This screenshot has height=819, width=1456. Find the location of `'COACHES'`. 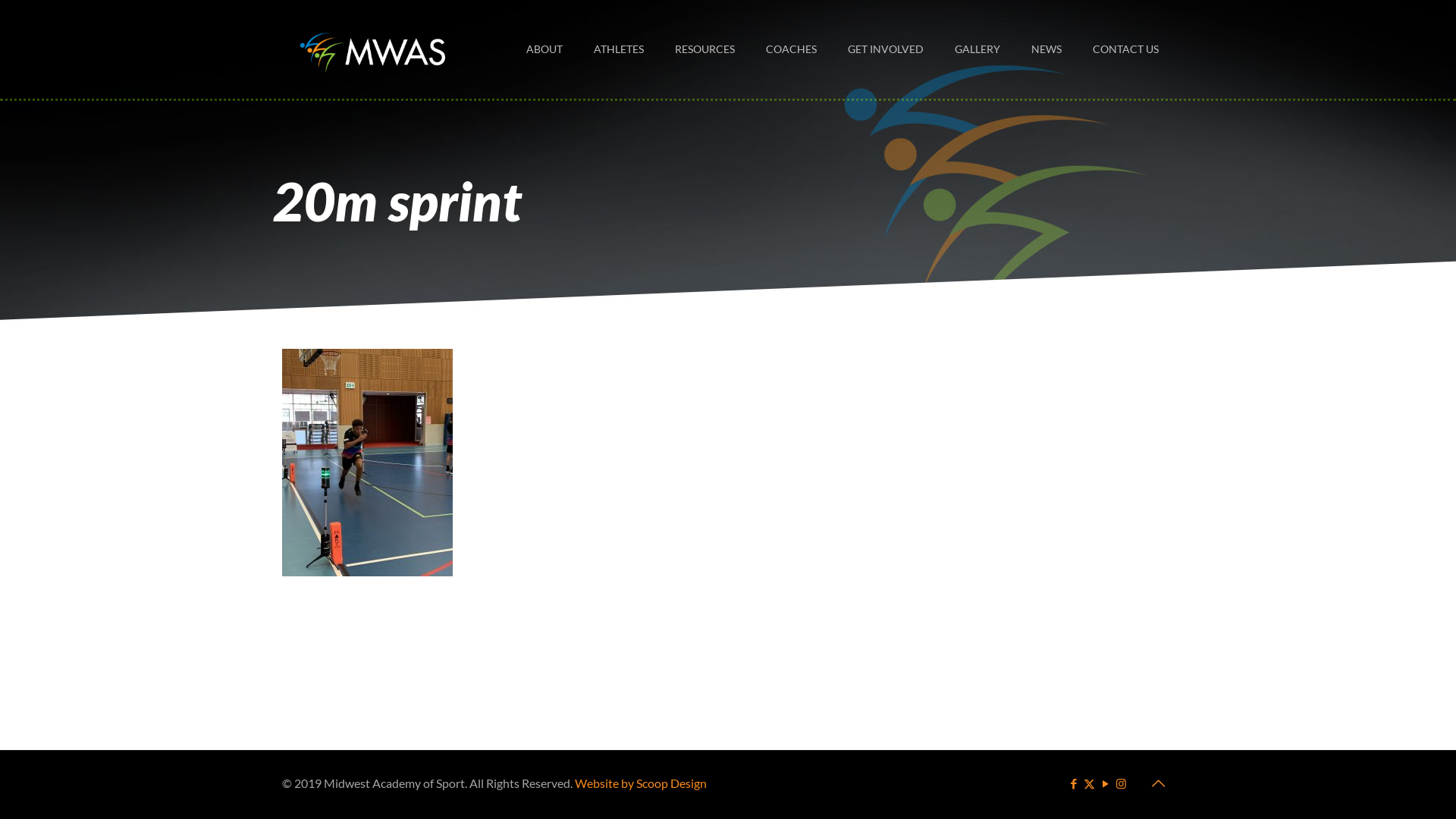

'COACHES' is located at coordinates (790, 49).